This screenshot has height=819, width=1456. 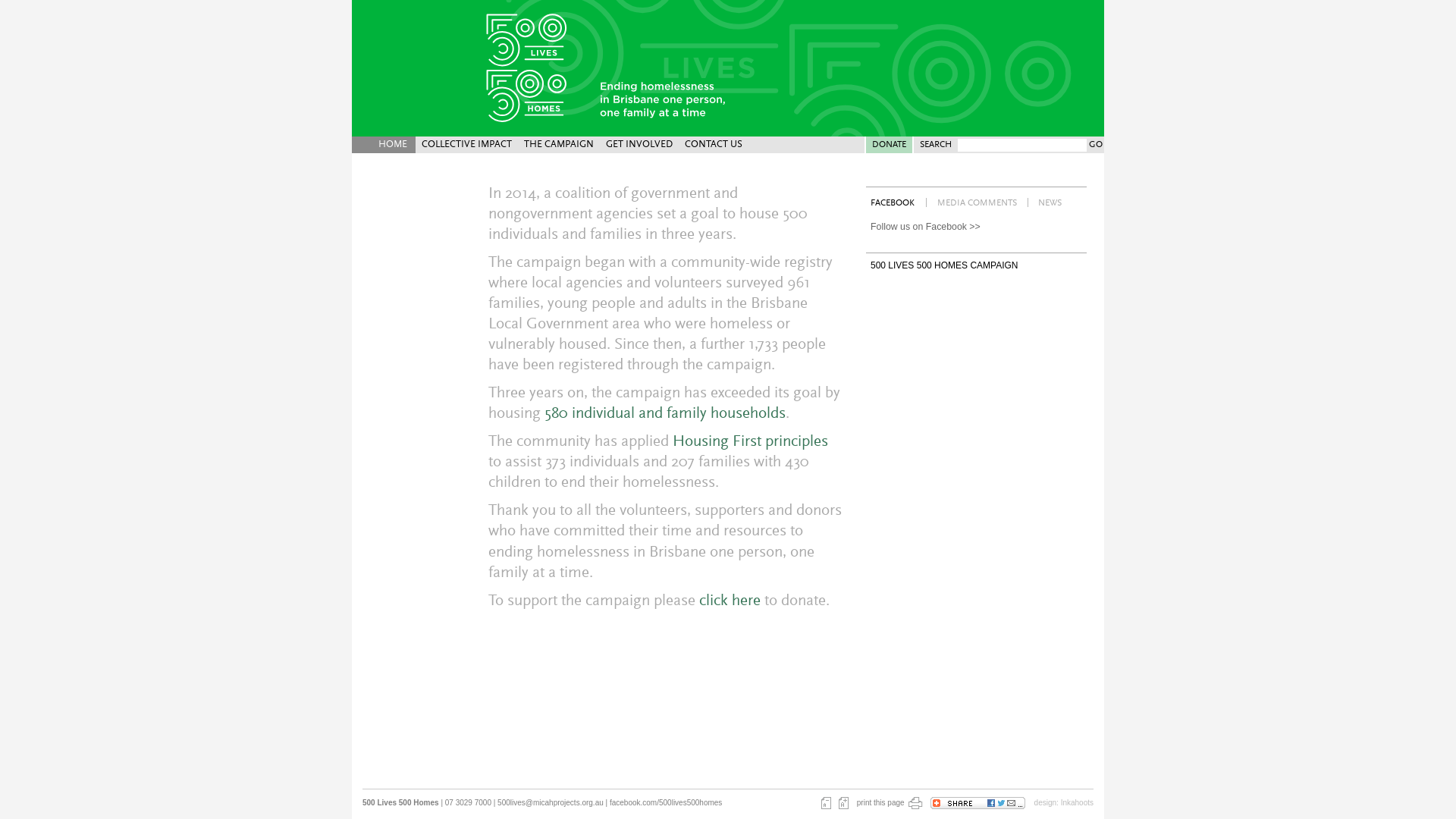 What do you see at coordinates (558, 145) in the screenshot?
I see `'THE CAMPAIGN'` at bounding box center [558, 145].